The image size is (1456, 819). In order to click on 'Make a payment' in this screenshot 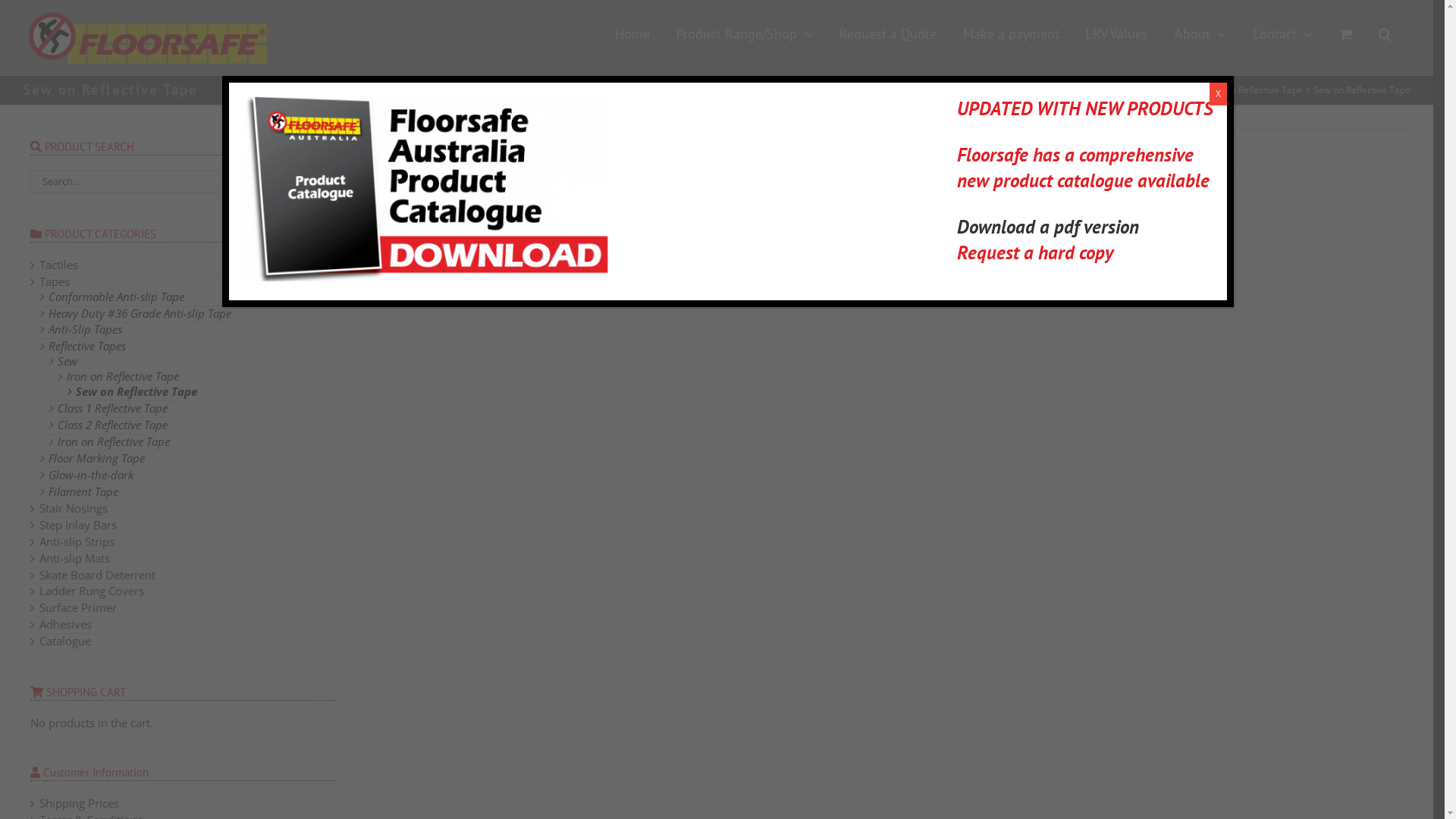, I will do `click(1011, 34)`.